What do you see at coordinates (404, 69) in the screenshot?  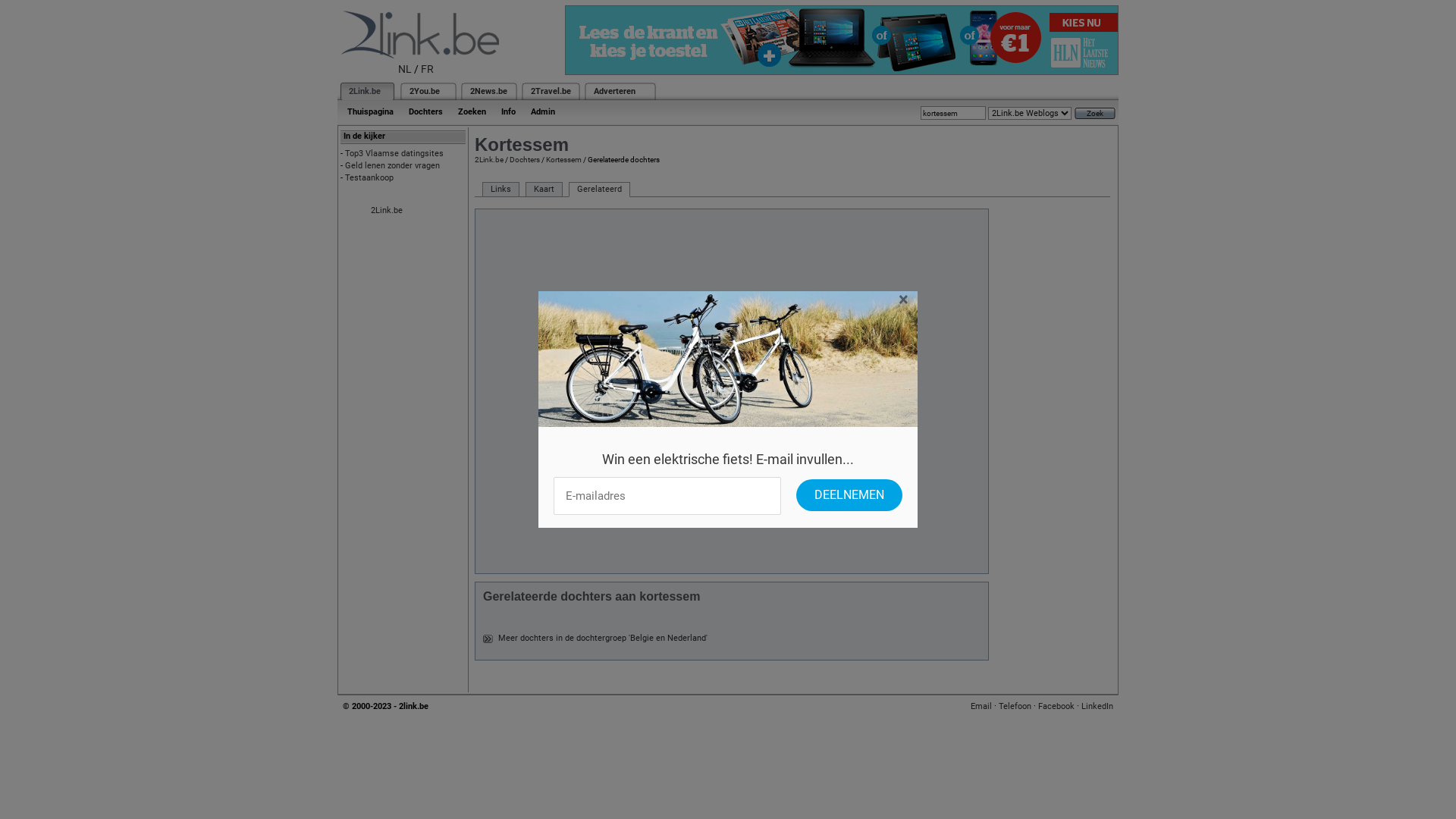 I see `'NL'` at bounding box center [404, 69].